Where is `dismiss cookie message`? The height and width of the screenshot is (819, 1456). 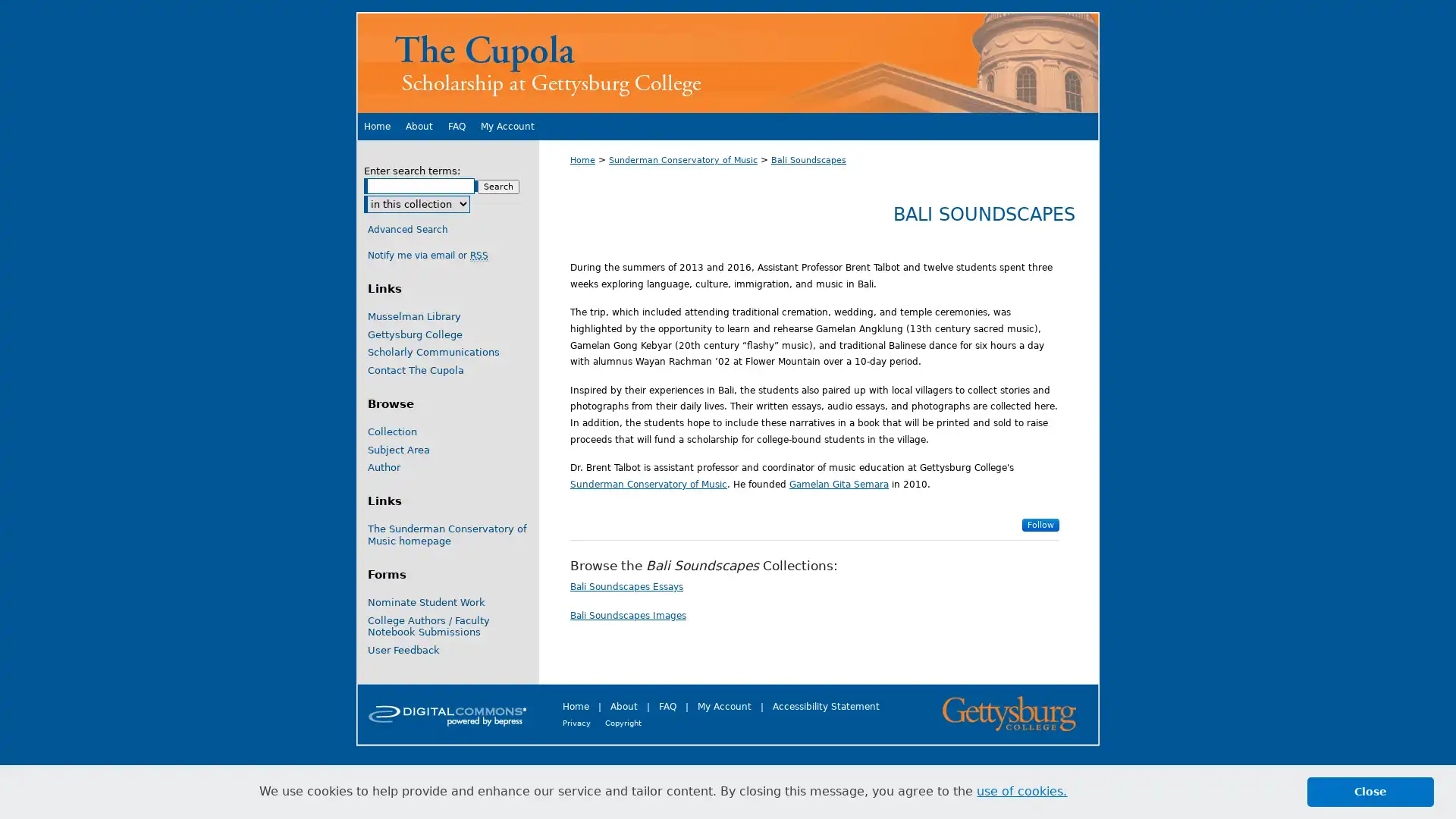
dismiss cookie message is located at coordinates (1370, 791).